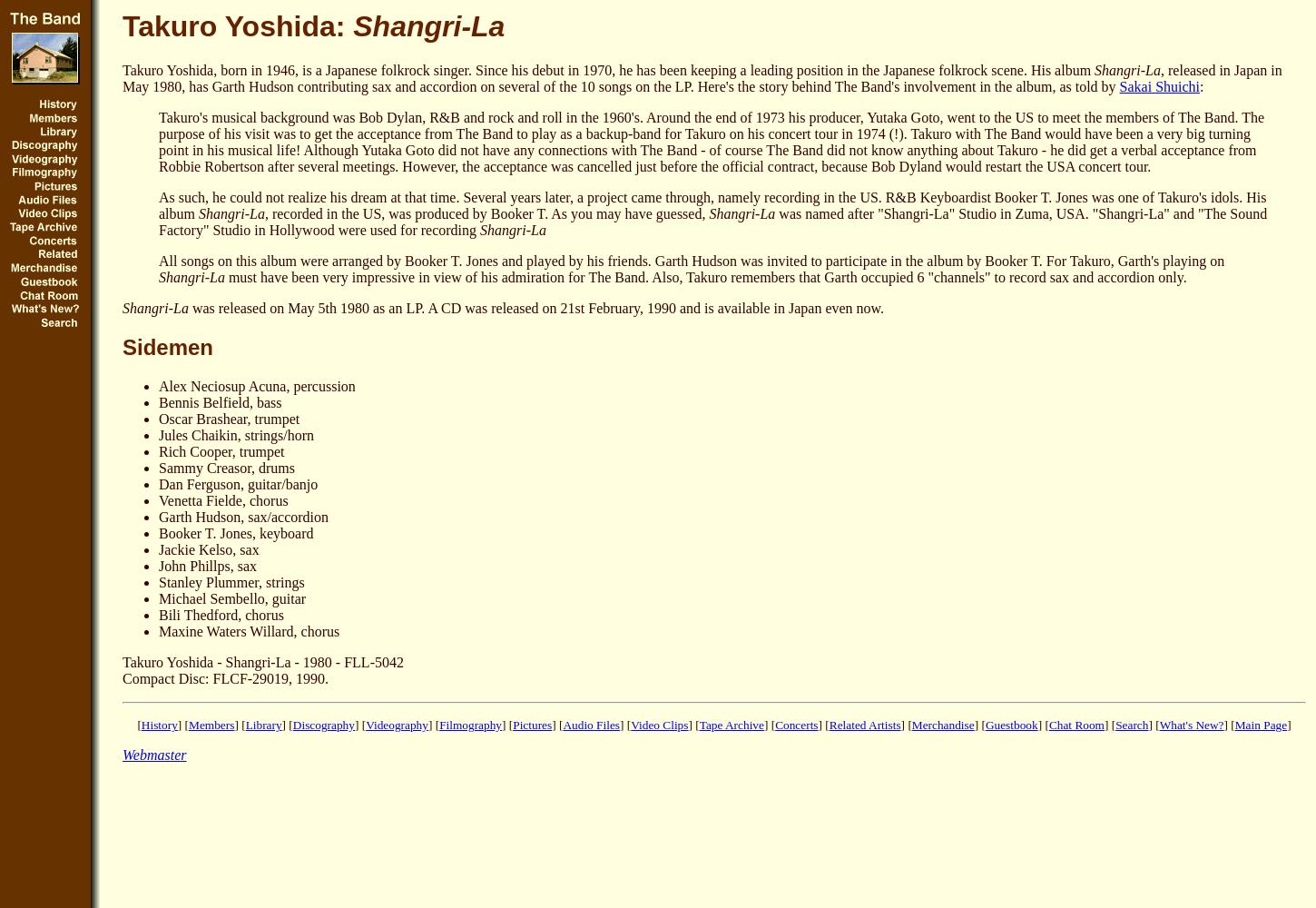  Describe the element at coordinates (137, 725) in the screenshot. I see `'['` at that location.